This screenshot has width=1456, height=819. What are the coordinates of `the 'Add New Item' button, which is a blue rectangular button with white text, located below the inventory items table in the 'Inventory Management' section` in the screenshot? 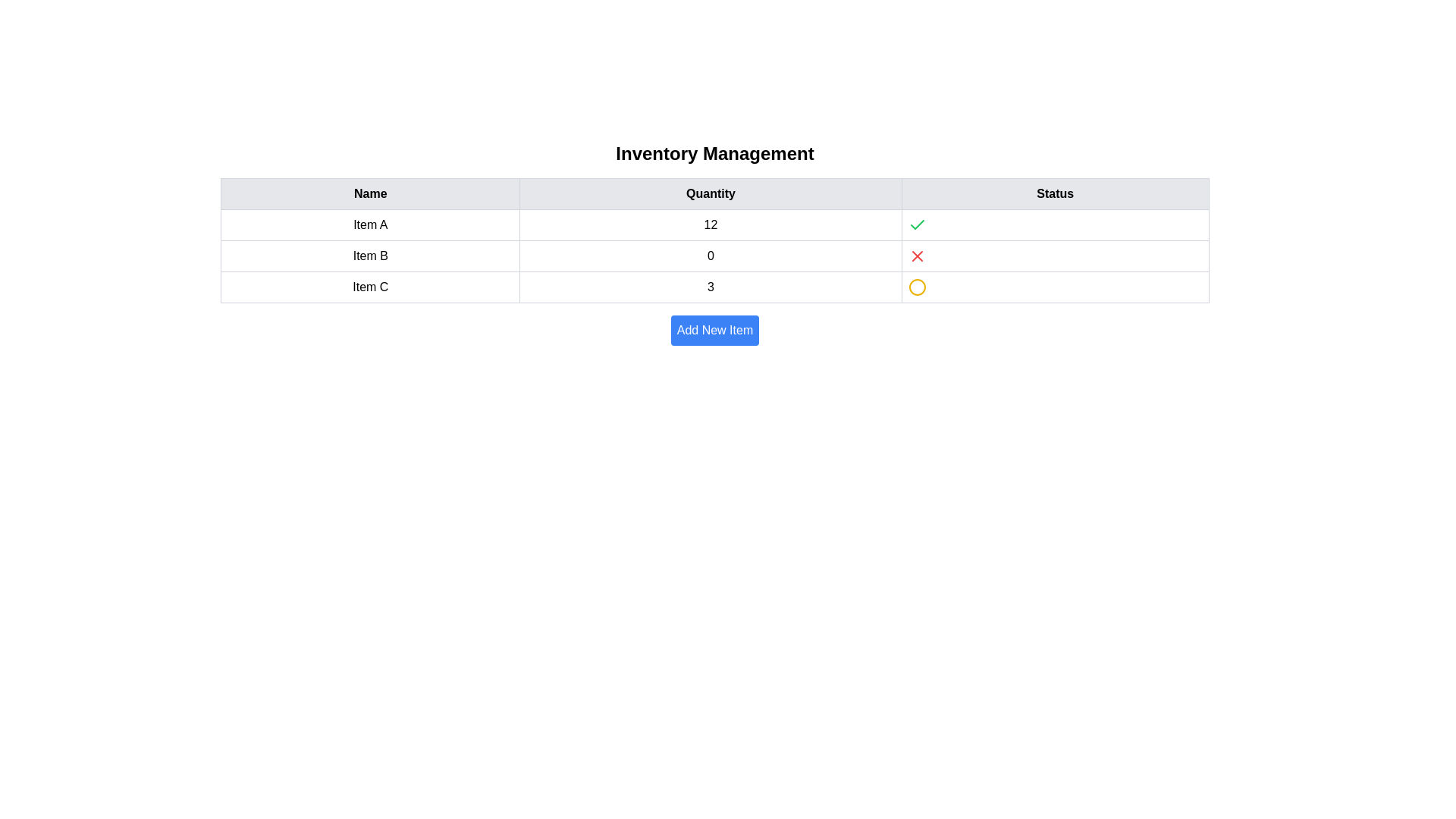 It's located at (714, 329).